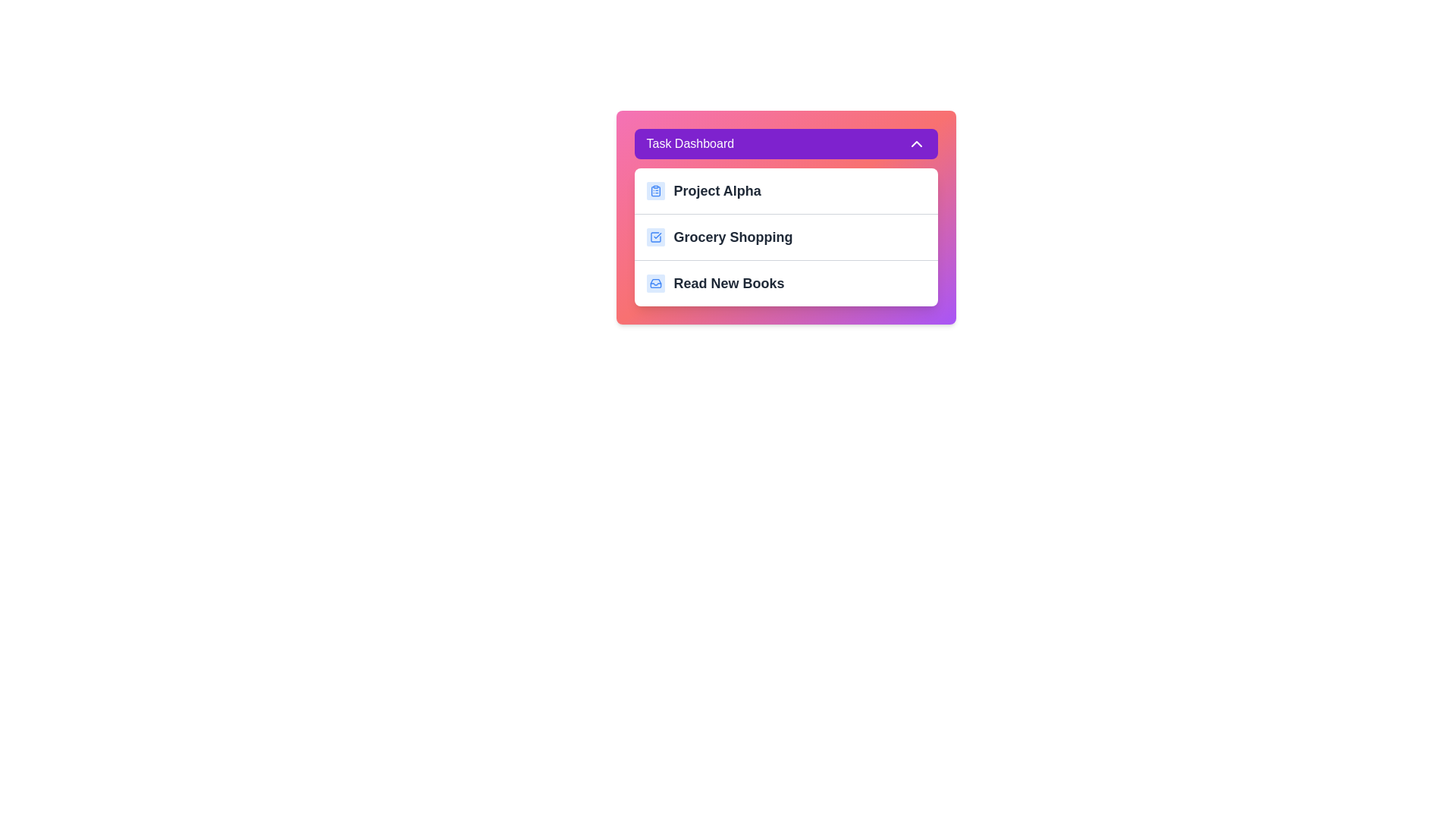 Image resolution: width=1456 pixels, height=819 pixels. What do you see at coordinates (655, 190) in the screenshot?
I see `the decorative clipboard icon associated with the 'Project Alpha' entry, located on the left side of the text` at bounding box center [655, 190].